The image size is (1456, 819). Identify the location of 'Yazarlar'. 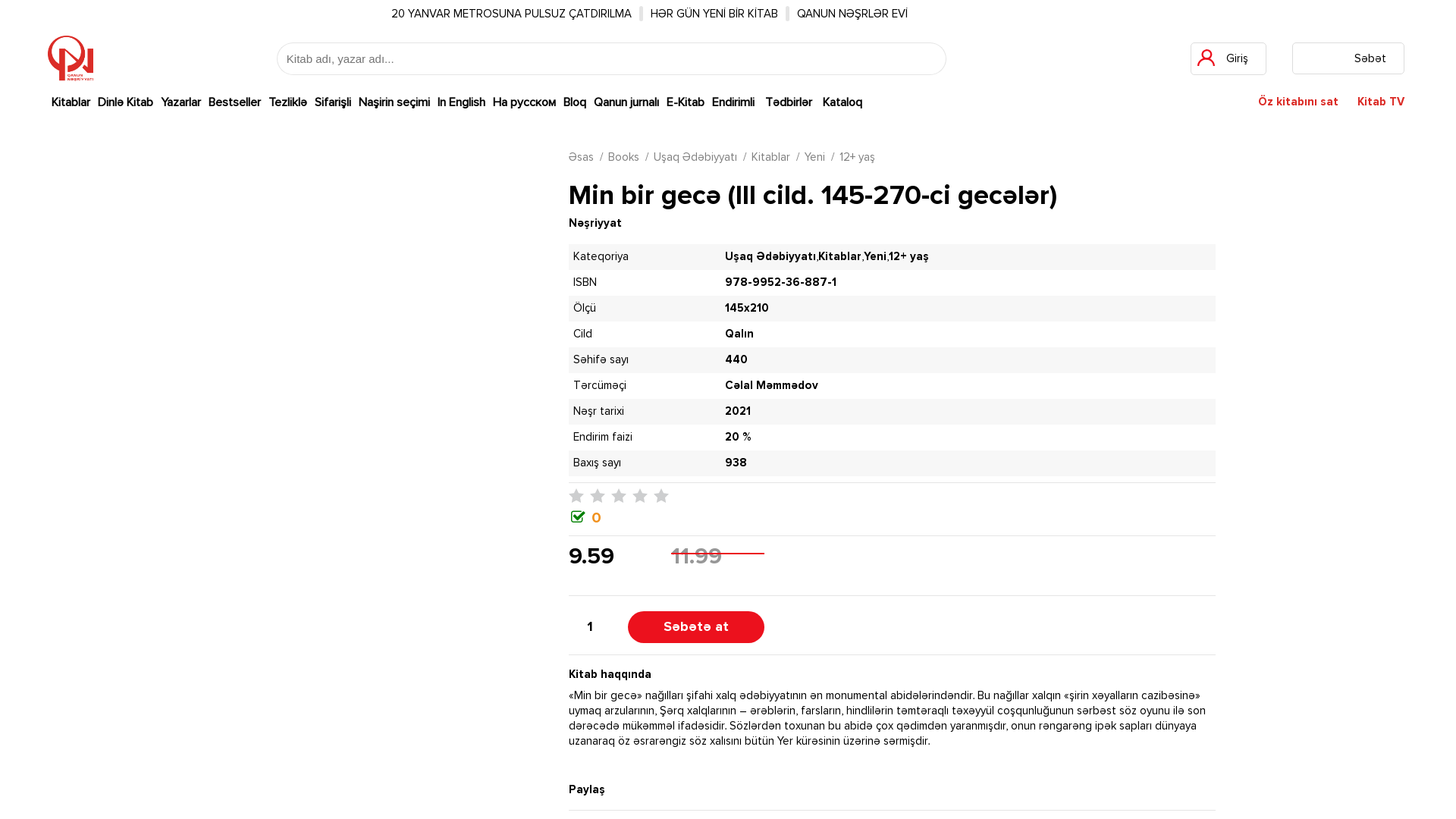
(160, 102).